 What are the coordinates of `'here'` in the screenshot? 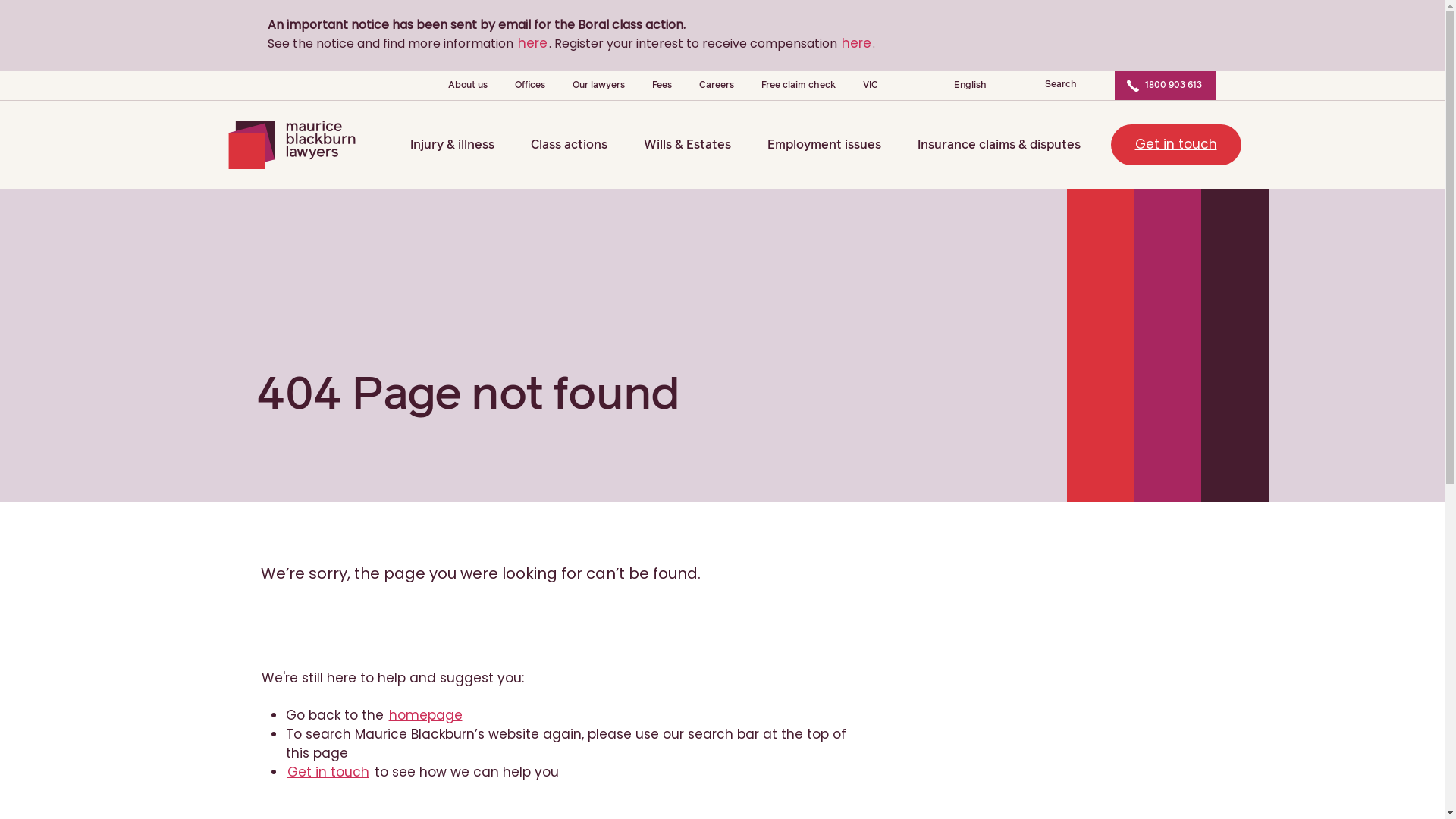 It's located at (856, 42).